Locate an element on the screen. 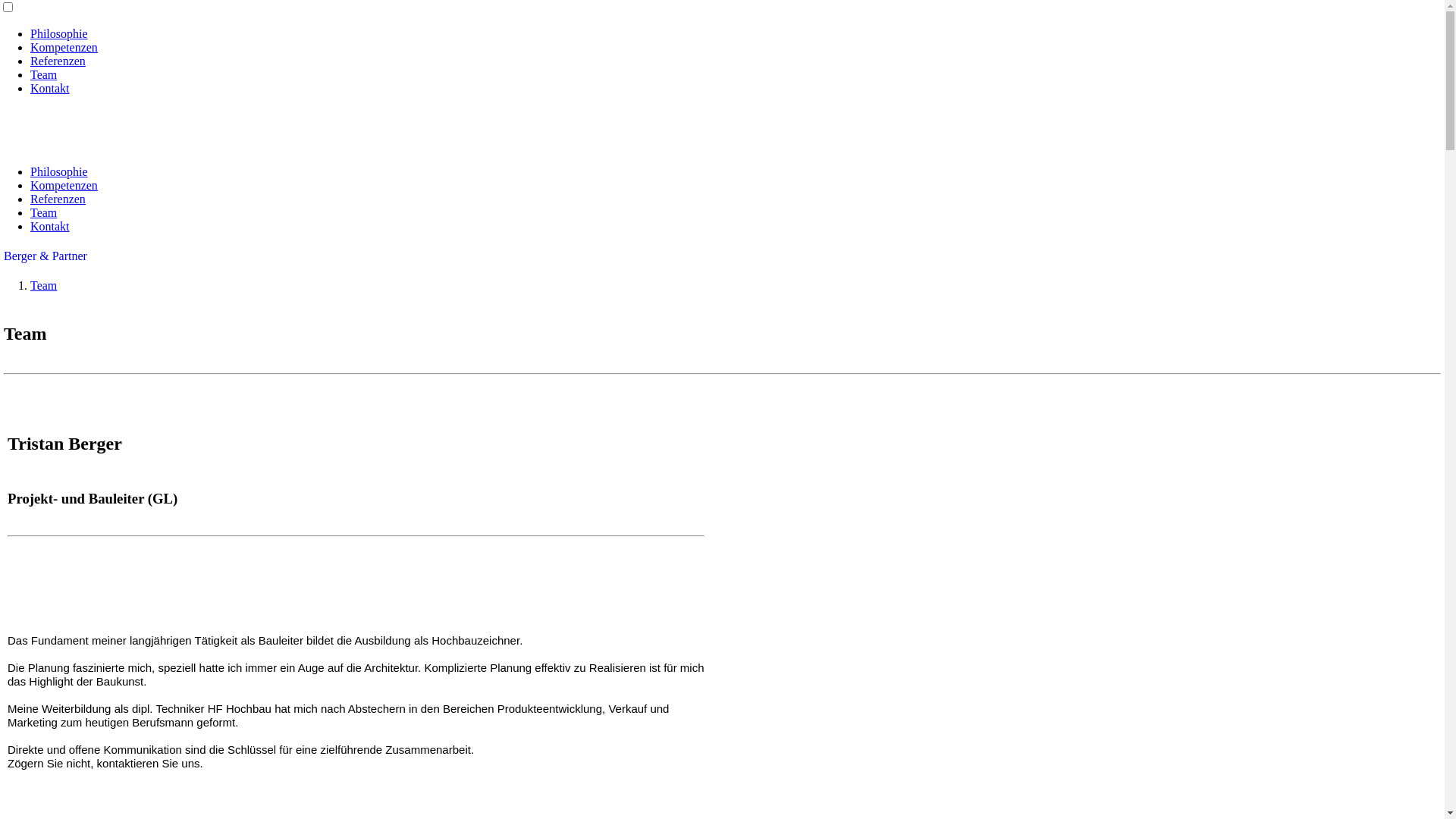 The image size is (1456, 819). 'Team' is located at coordinates (43, 212).